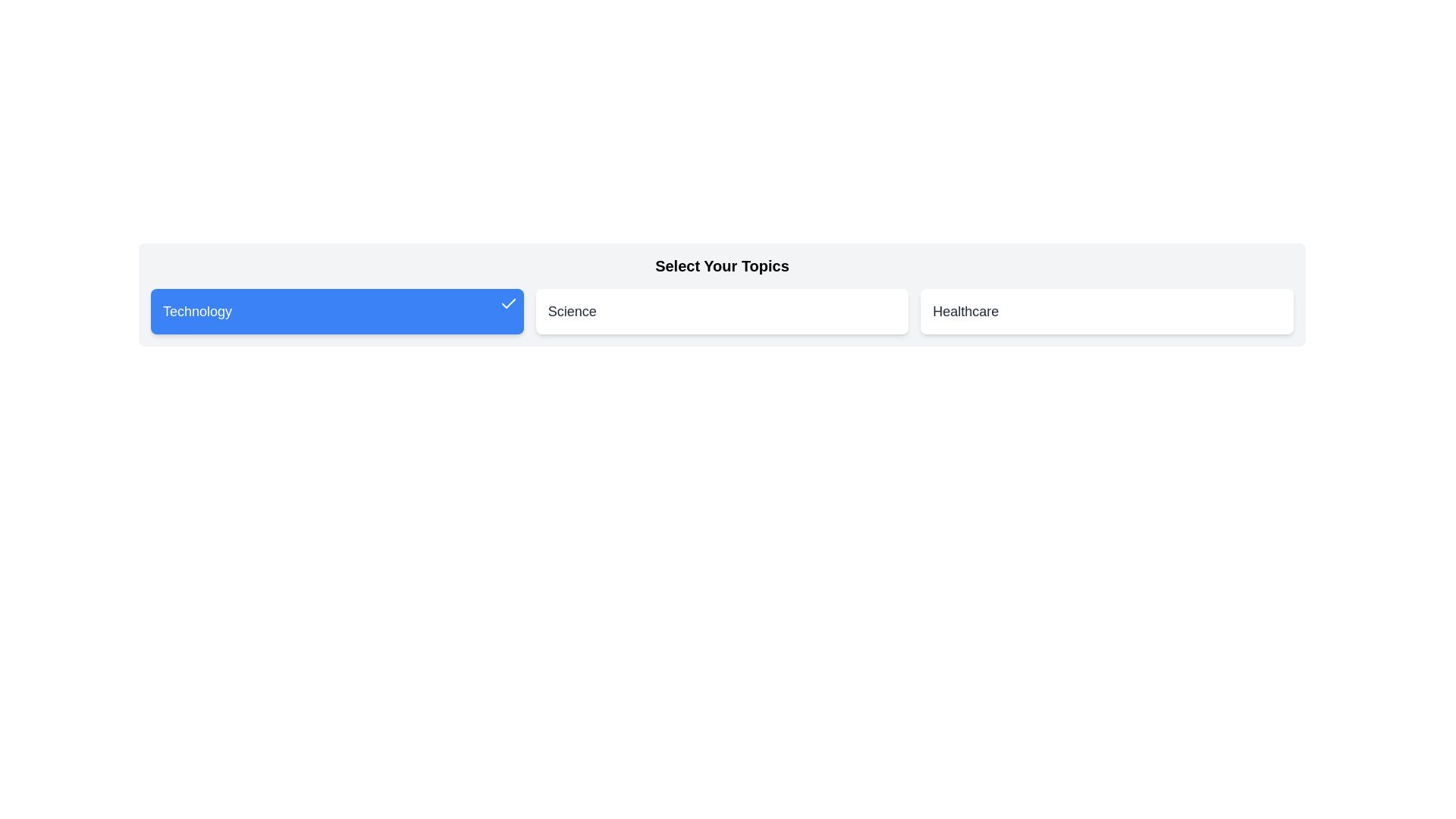 This screenshot has height=819, width=1456. I want to click on the card labeled Healthcare to toggle its active state, so click(1107, 311).